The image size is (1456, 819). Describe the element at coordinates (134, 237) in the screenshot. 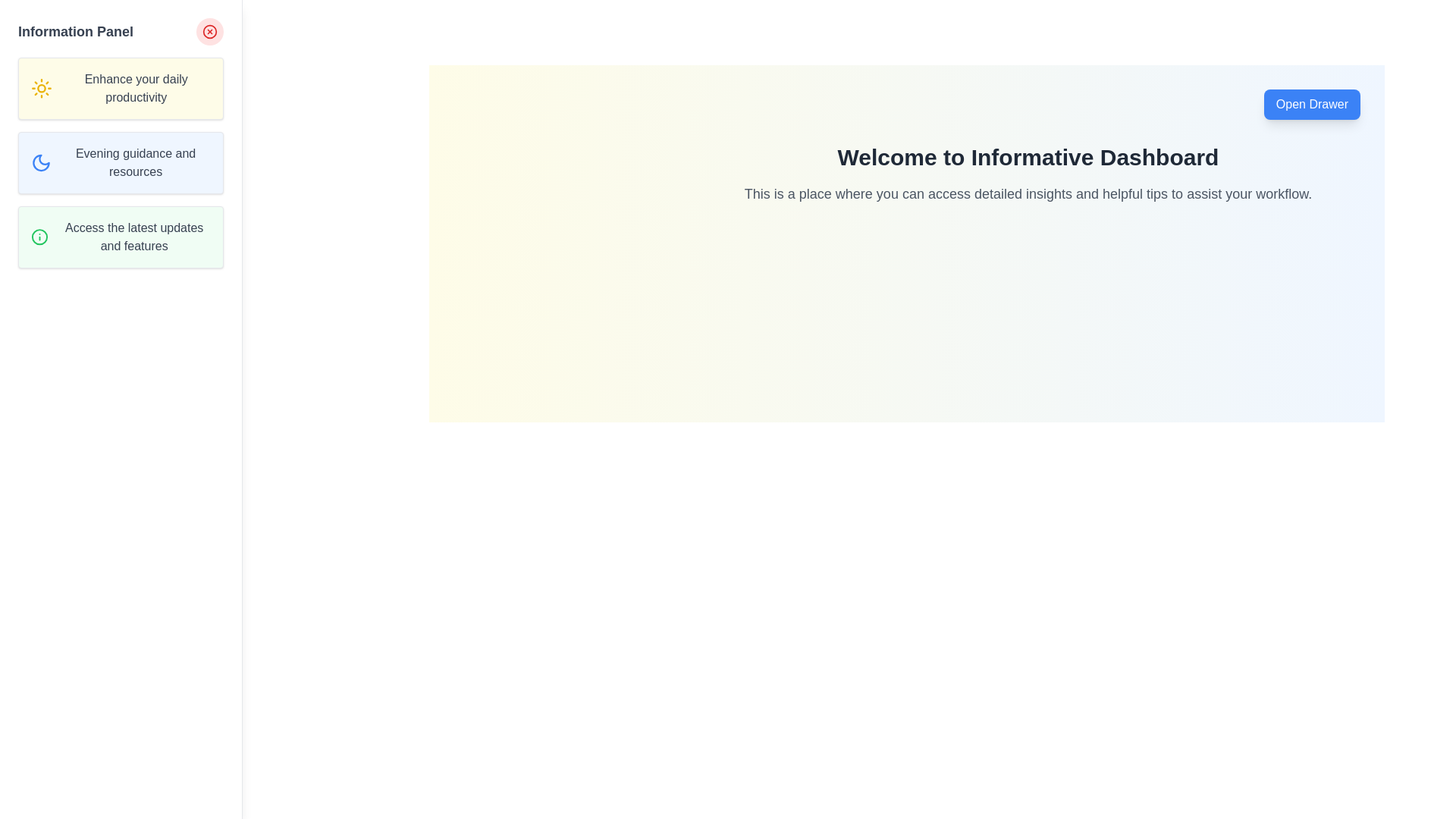

I see `the static text that provides information about accessing updates and features, located in the third row of the sidebar within a light green box under the 'Information Panel' section` at that location.